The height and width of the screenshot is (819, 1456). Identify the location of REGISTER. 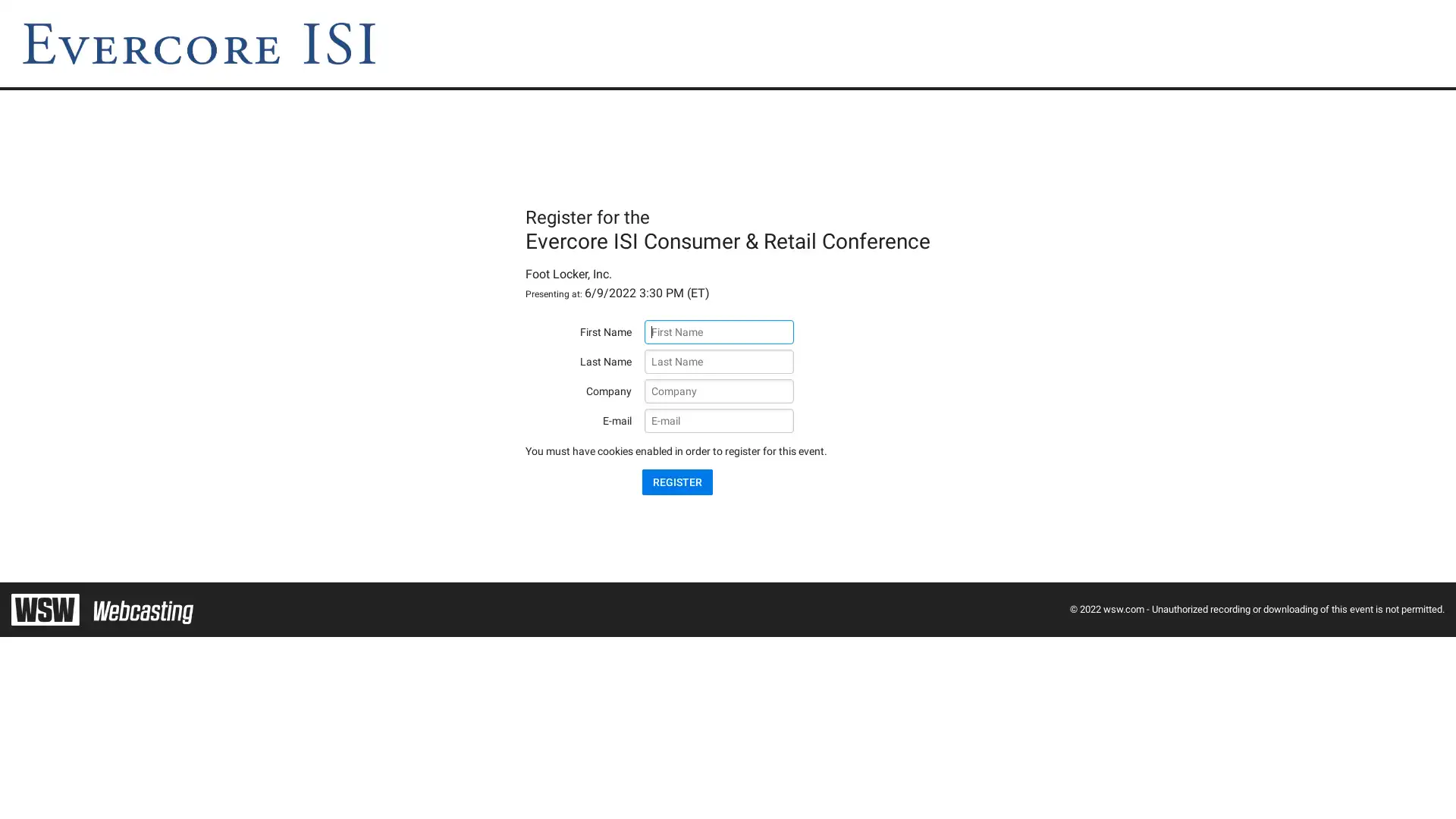
(676, 482).